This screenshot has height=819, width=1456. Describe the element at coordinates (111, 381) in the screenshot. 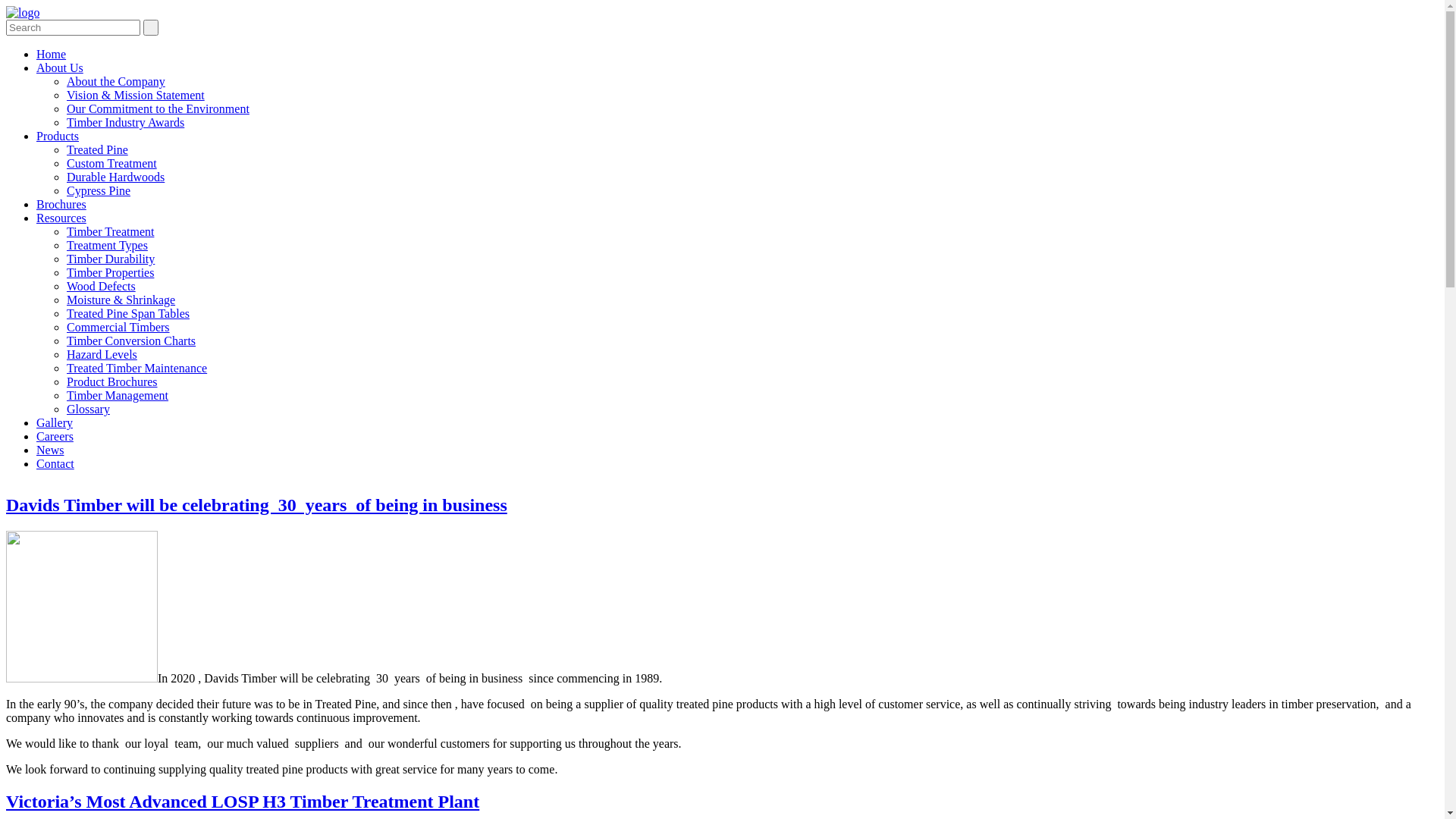

I see `'Product Brochures'` at that location.